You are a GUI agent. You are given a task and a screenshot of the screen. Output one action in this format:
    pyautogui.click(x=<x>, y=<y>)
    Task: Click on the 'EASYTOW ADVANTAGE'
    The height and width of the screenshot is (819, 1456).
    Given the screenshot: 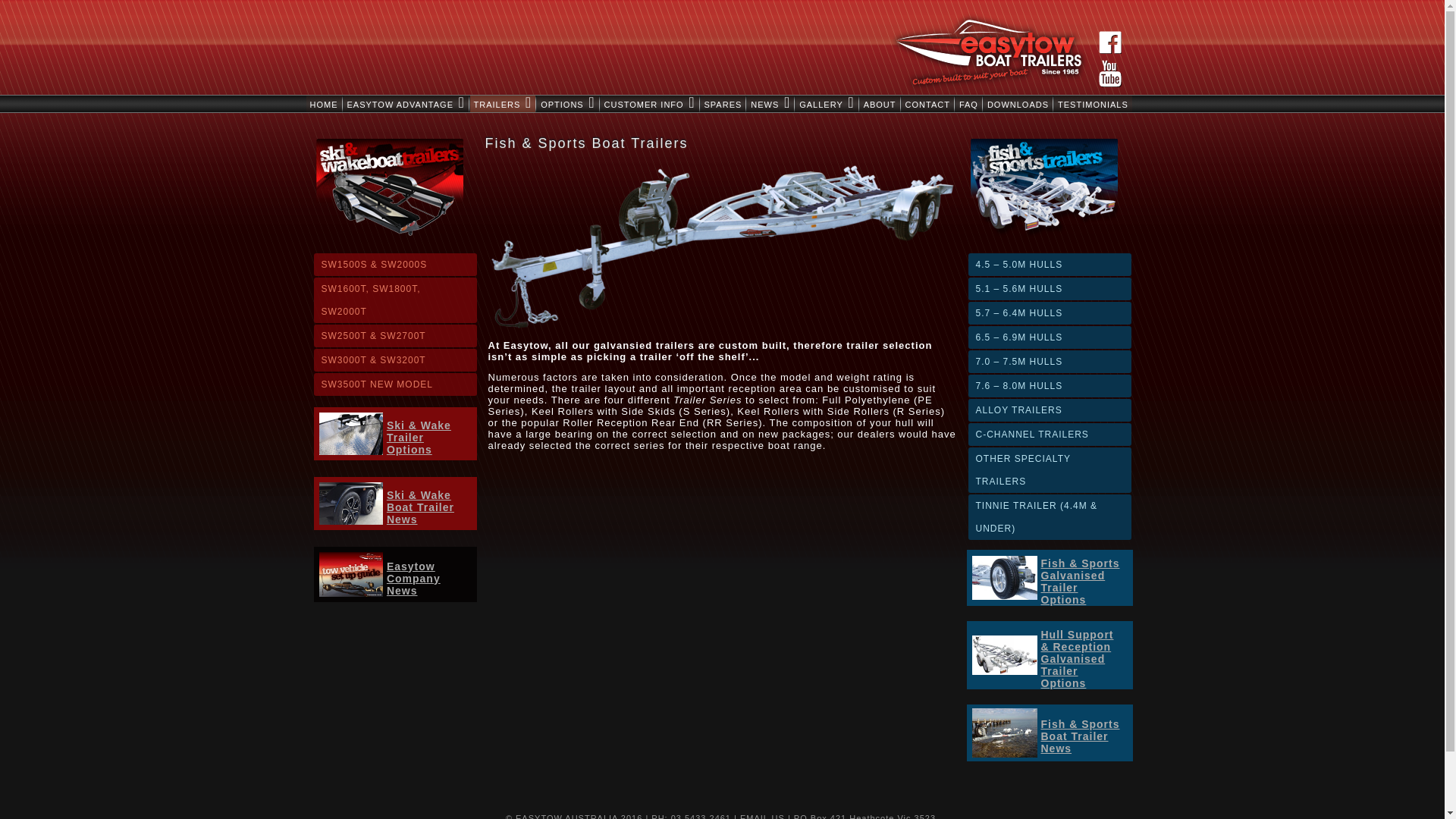 What is the action you would take?
    pyautogui.click(x=405, y=103)
    